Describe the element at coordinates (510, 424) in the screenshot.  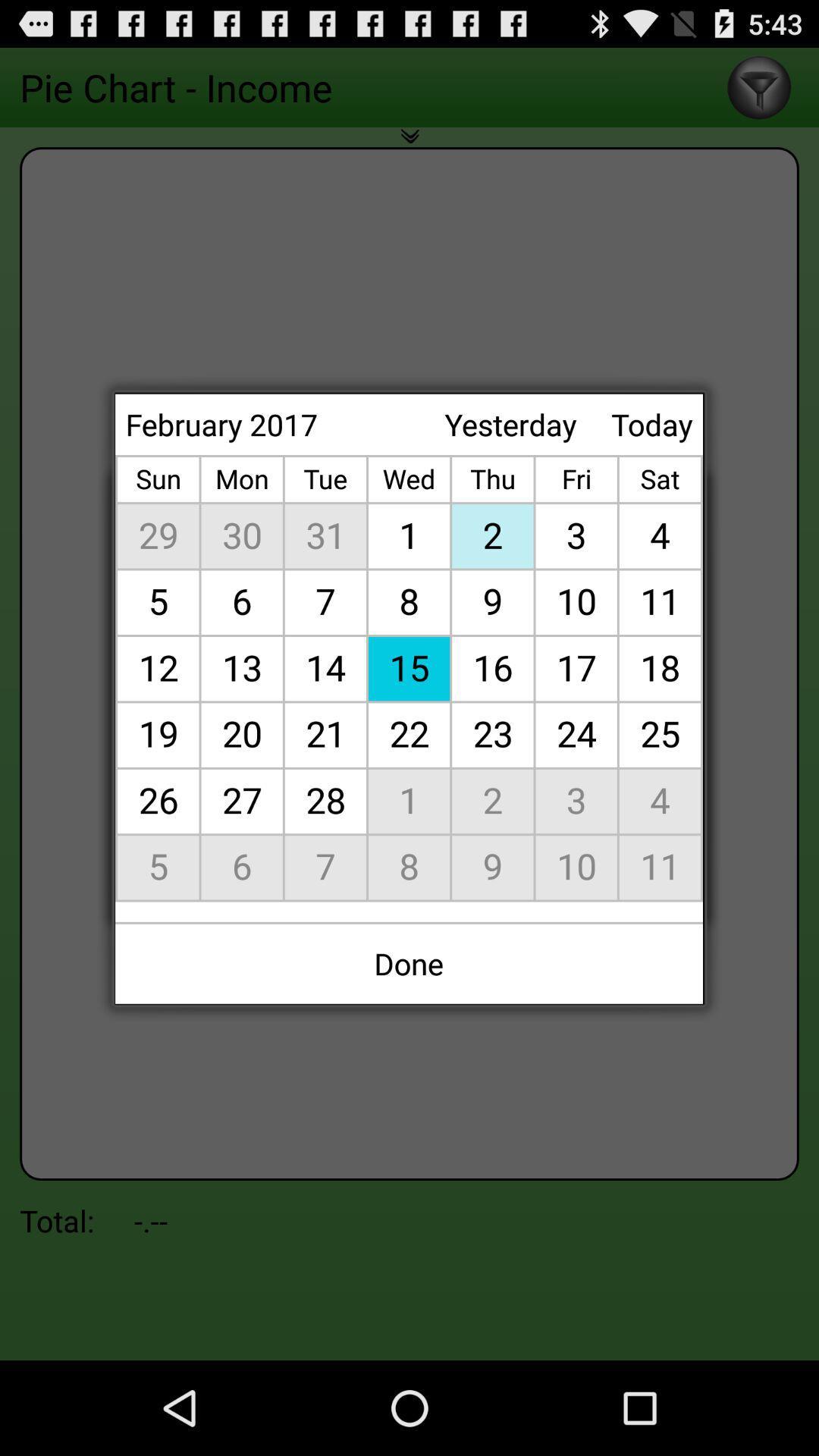
I see `the yesterday item` at that location.